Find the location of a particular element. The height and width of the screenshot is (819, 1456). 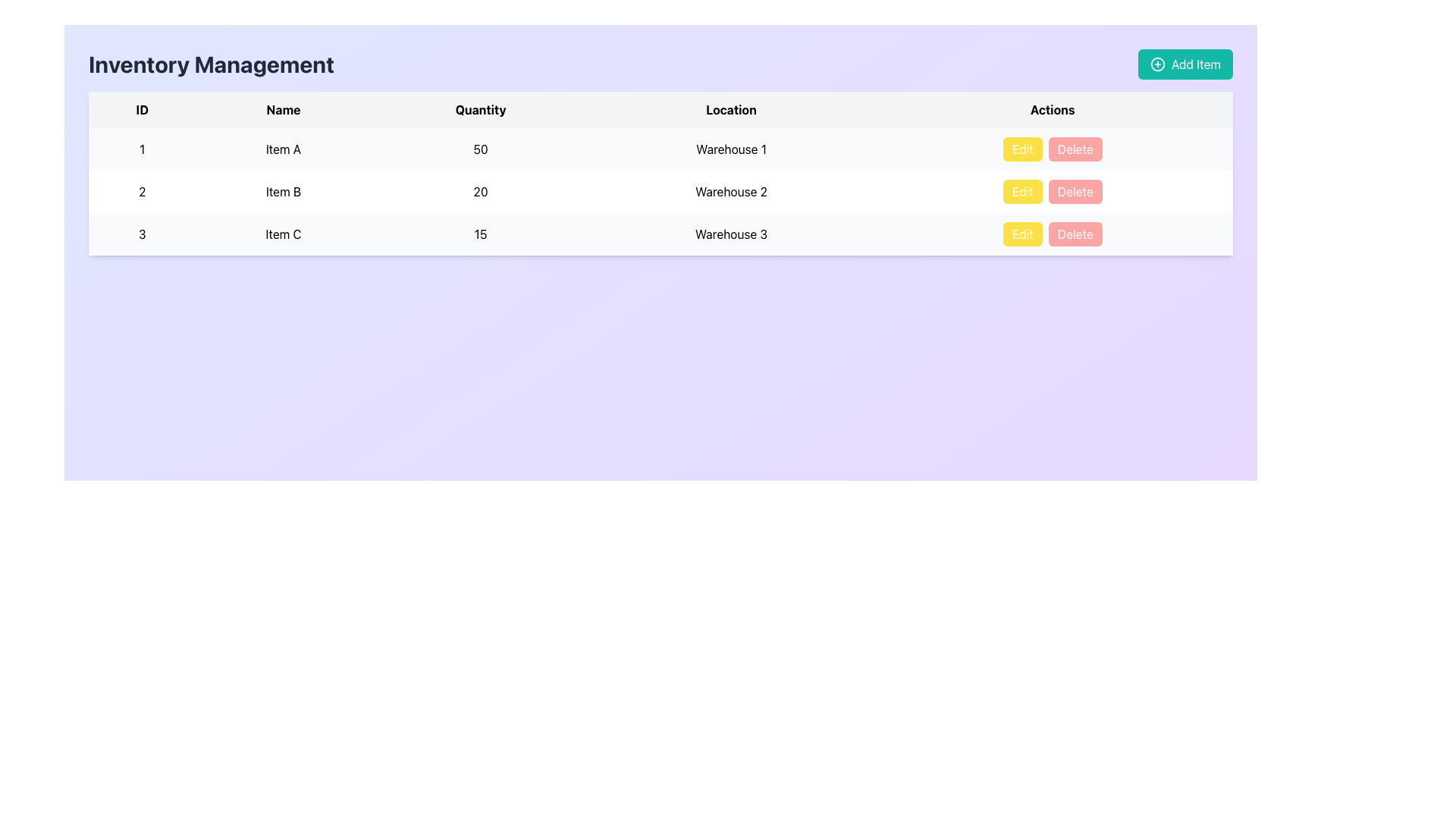

the numerical indicator in the third column of the third row of the table, which represents a quantity and is located between 'Item C' and 'Warehouse 3' is located at coordinates (479, 234).